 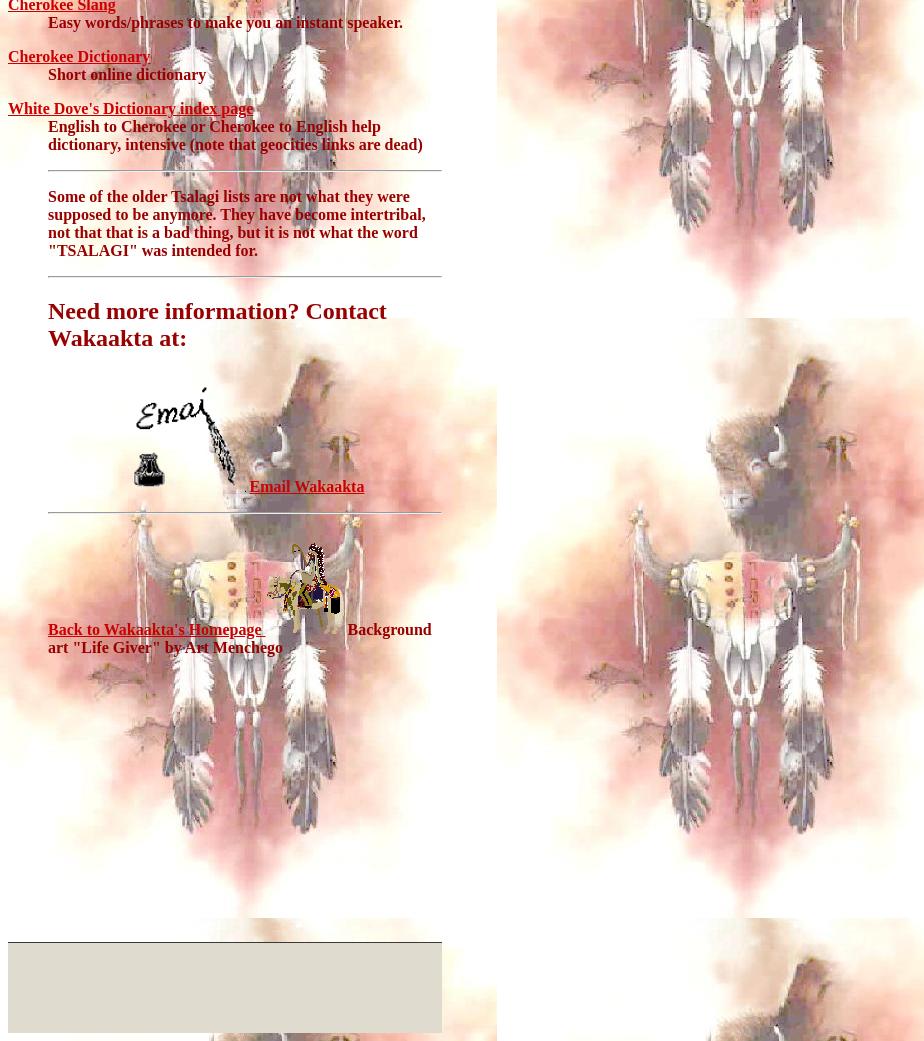 What do you see at coordinates (238, 637) in the screenshot?
I see `'Background art "Life Giver" by Art Menchego'` at bounding box center [238, 637].